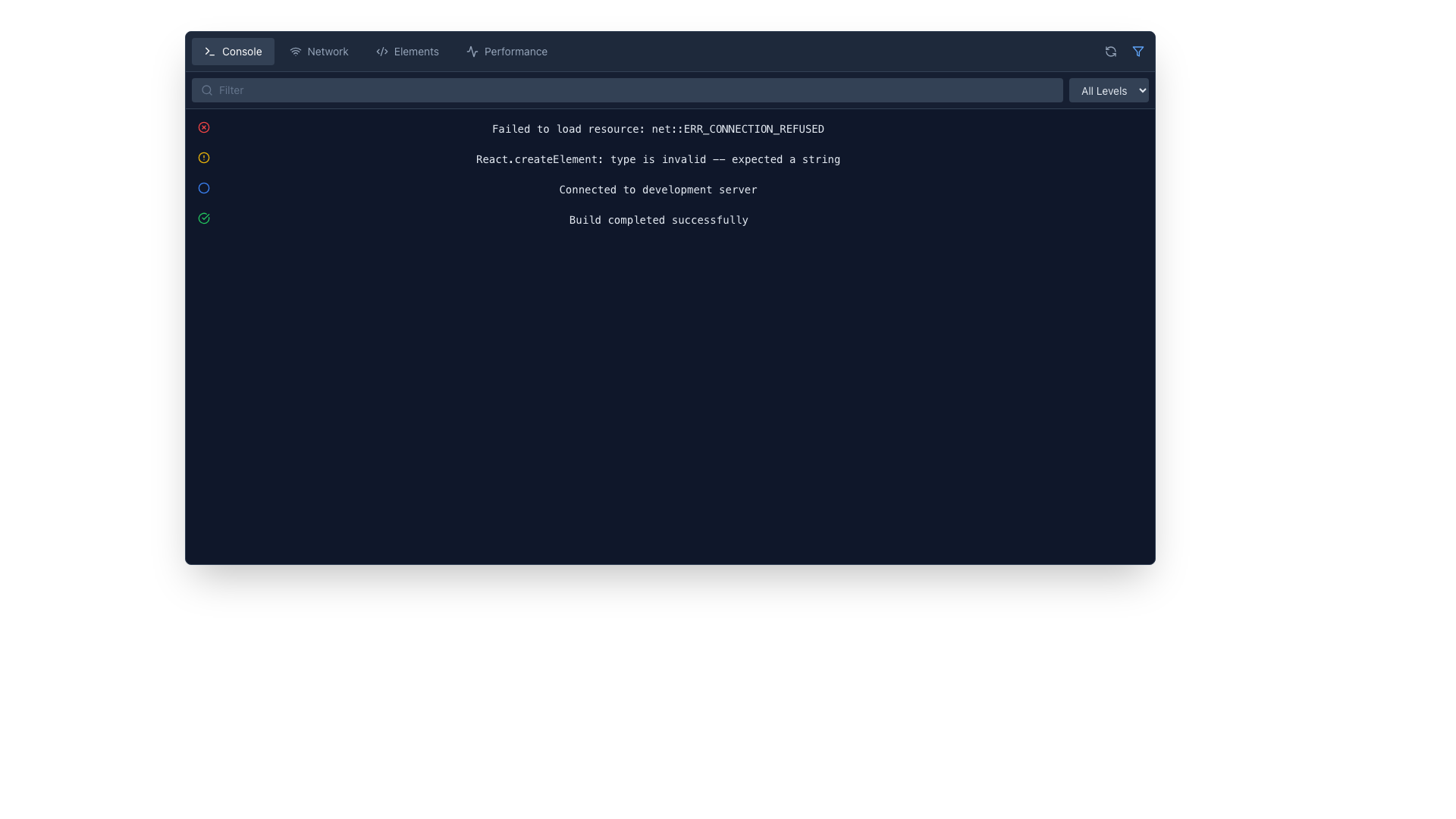 This screenshot has height=819, width=1456. Describe the element at coordinates (669, 219) in the screenshot. I see `log message displaying 'Build completed successfully' with a timestamp '12:01:19', which is the last entry in the log list and has a green check icon on the left` at that location.